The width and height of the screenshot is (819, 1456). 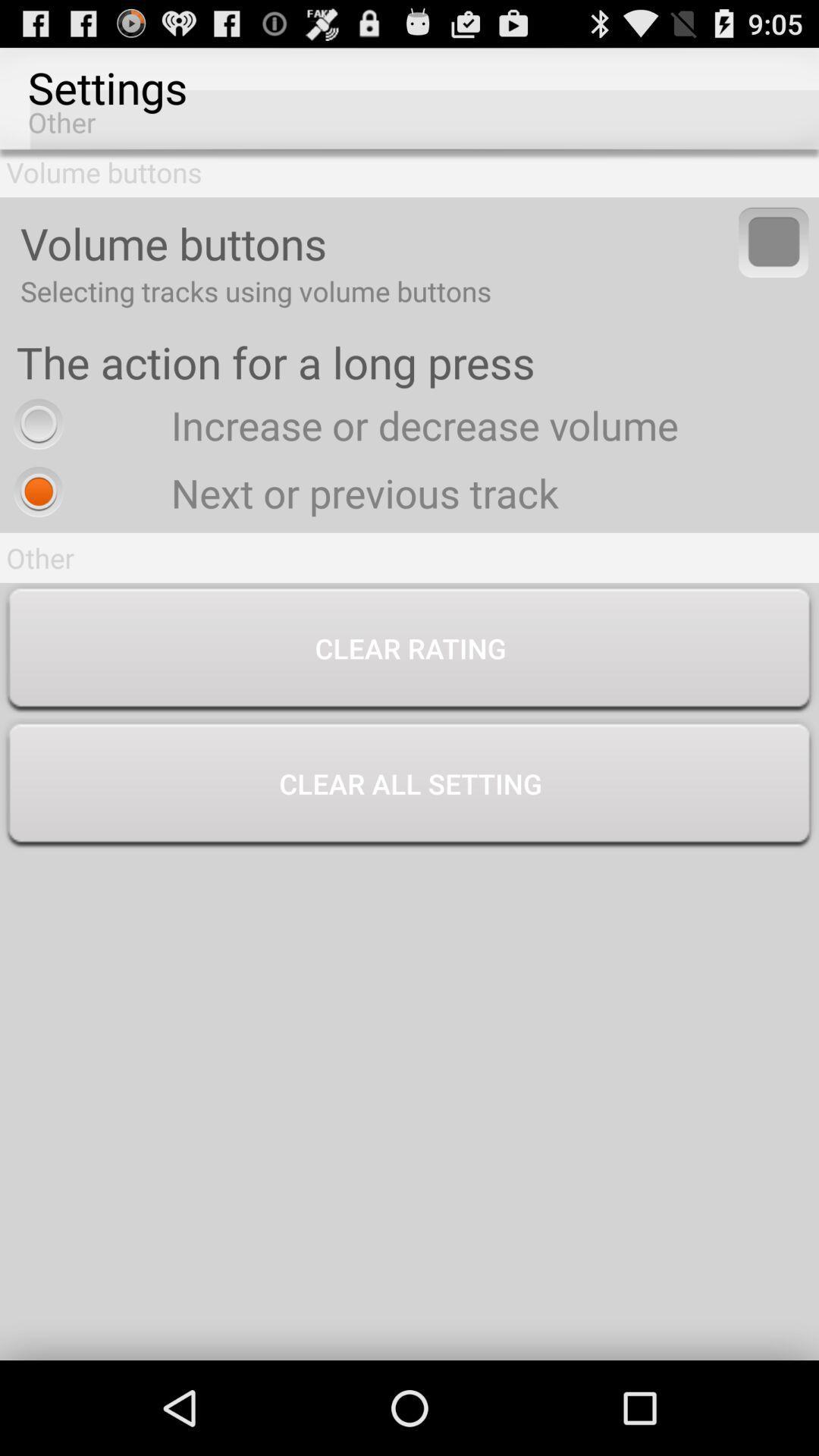 What do you see at coordinates (282, 492) in the screenshot?
I see `the next or previous item` at bounding box center [282, 492].